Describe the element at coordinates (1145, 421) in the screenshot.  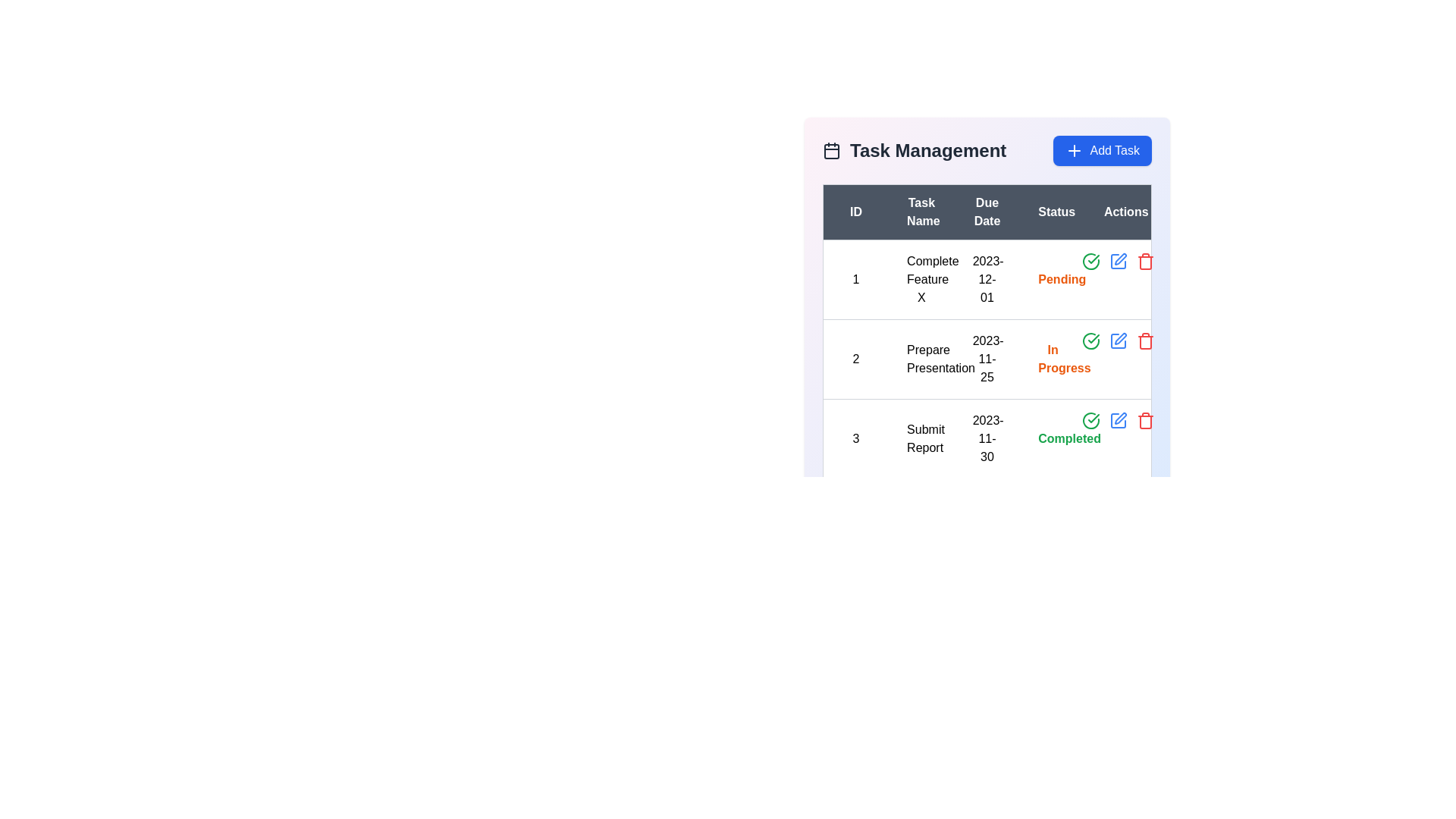
I see `the trash can icon button in the last column of the third row` at that location.